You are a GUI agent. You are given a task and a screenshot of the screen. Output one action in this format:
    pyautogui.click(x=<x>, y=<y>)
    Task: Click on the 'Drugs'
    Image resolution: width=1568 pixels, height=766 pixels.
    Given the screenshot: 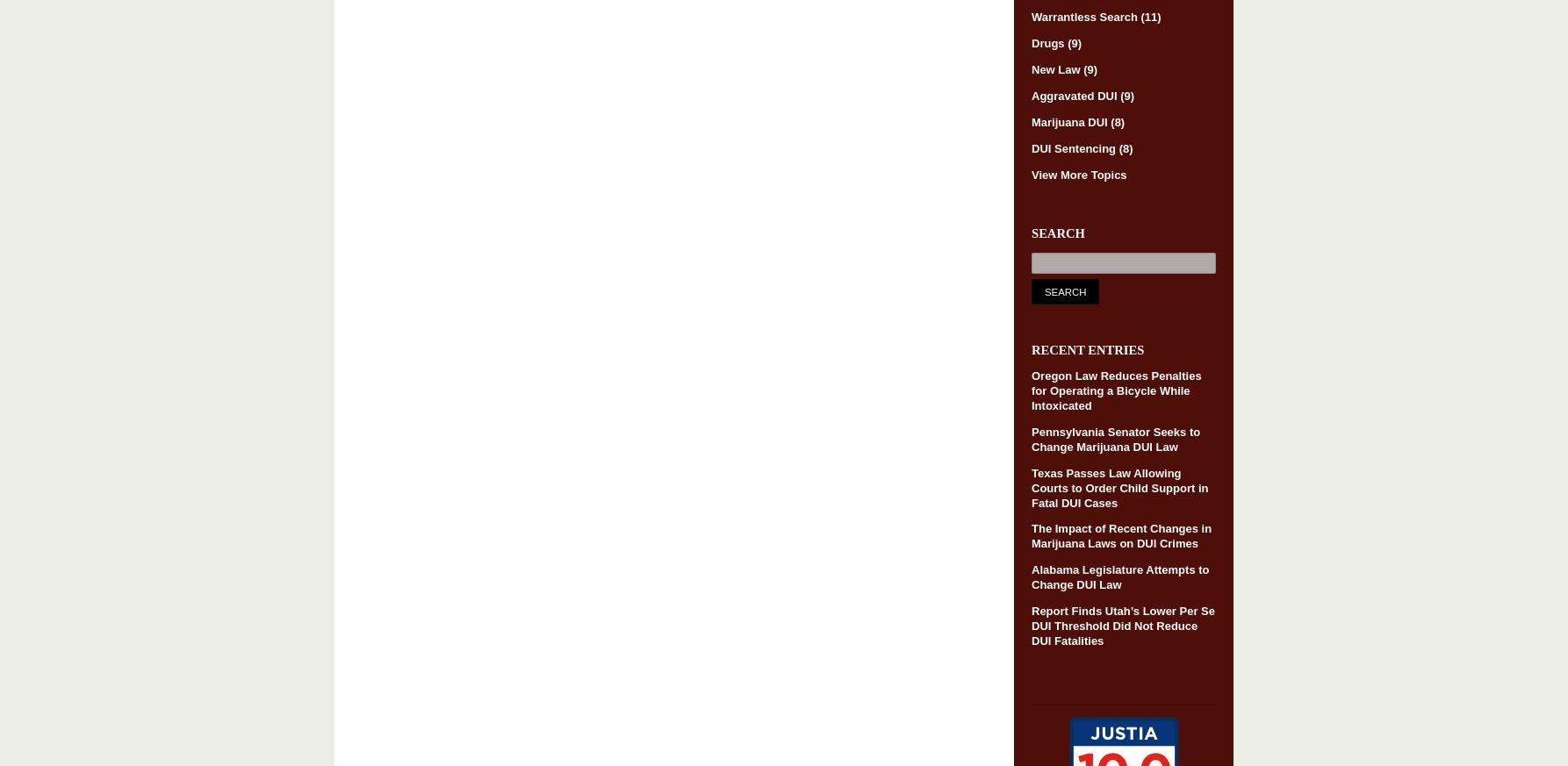 What is the action you would take?
    pyautogui.click(x=1049, y=42)
    